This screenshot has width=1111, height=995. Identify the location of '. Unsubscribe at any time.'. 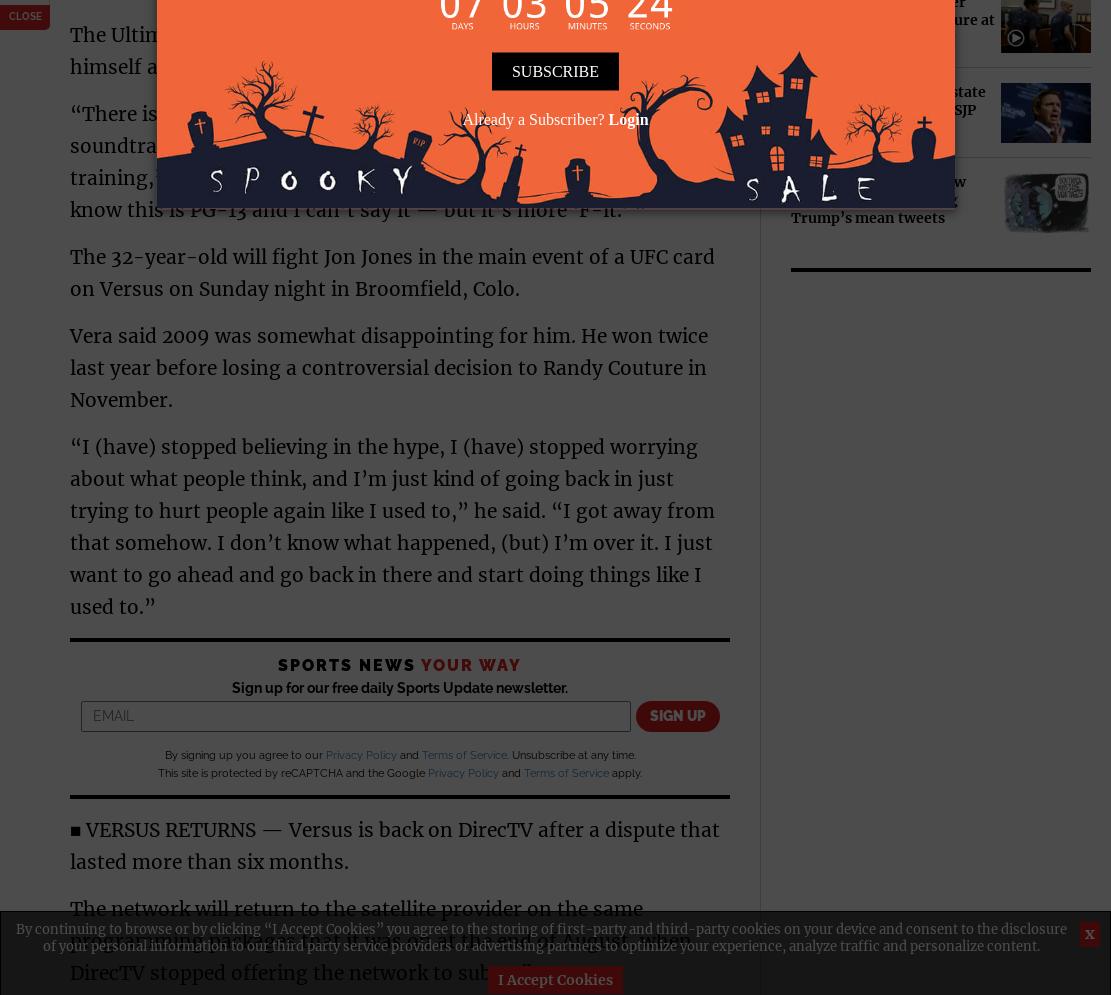
(569, 753).